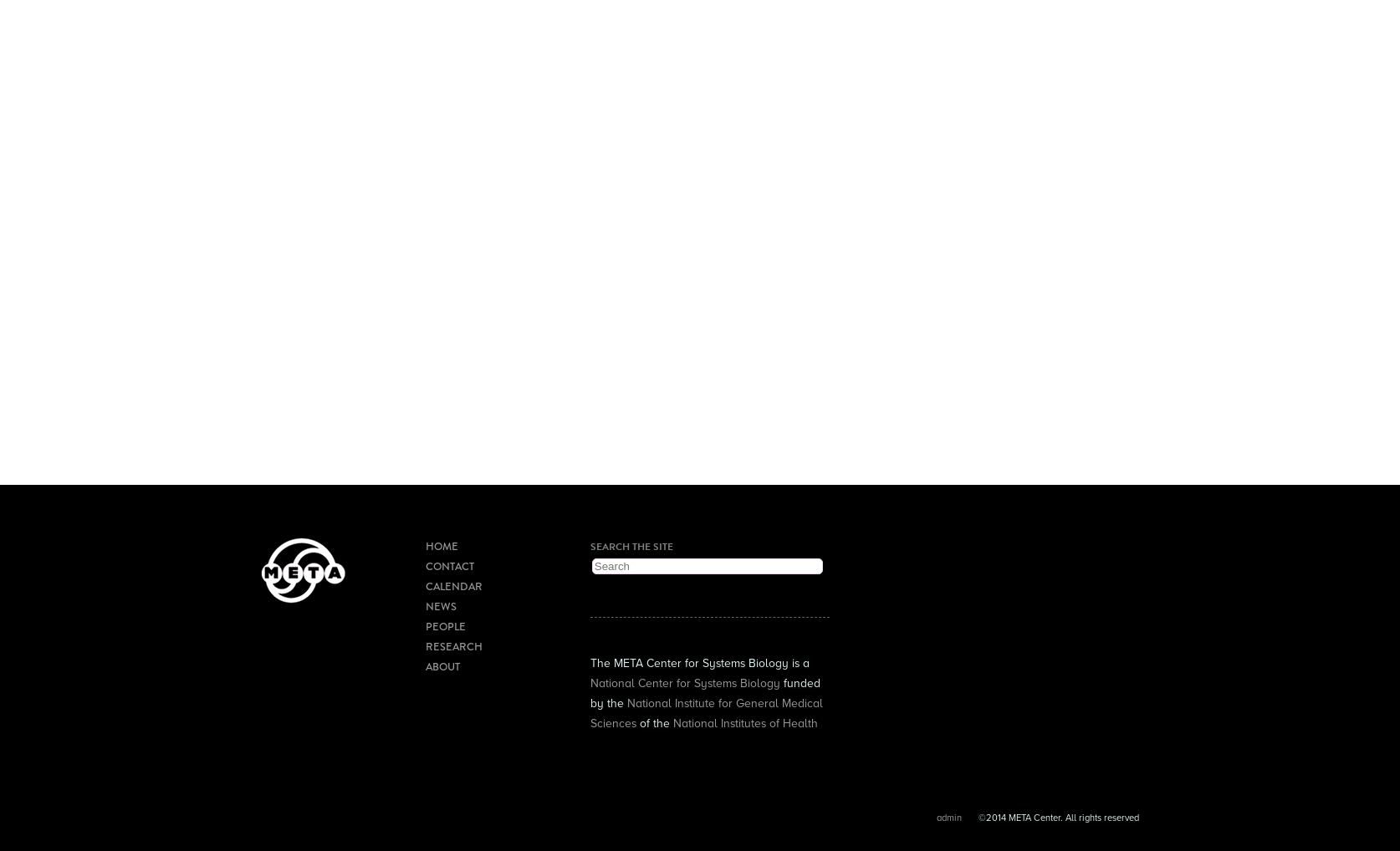 The image size is (1400, 851). What do you see at coordinates (439, 605) in the screenshot?
I see `'News'` at bounding box center [439, 605].